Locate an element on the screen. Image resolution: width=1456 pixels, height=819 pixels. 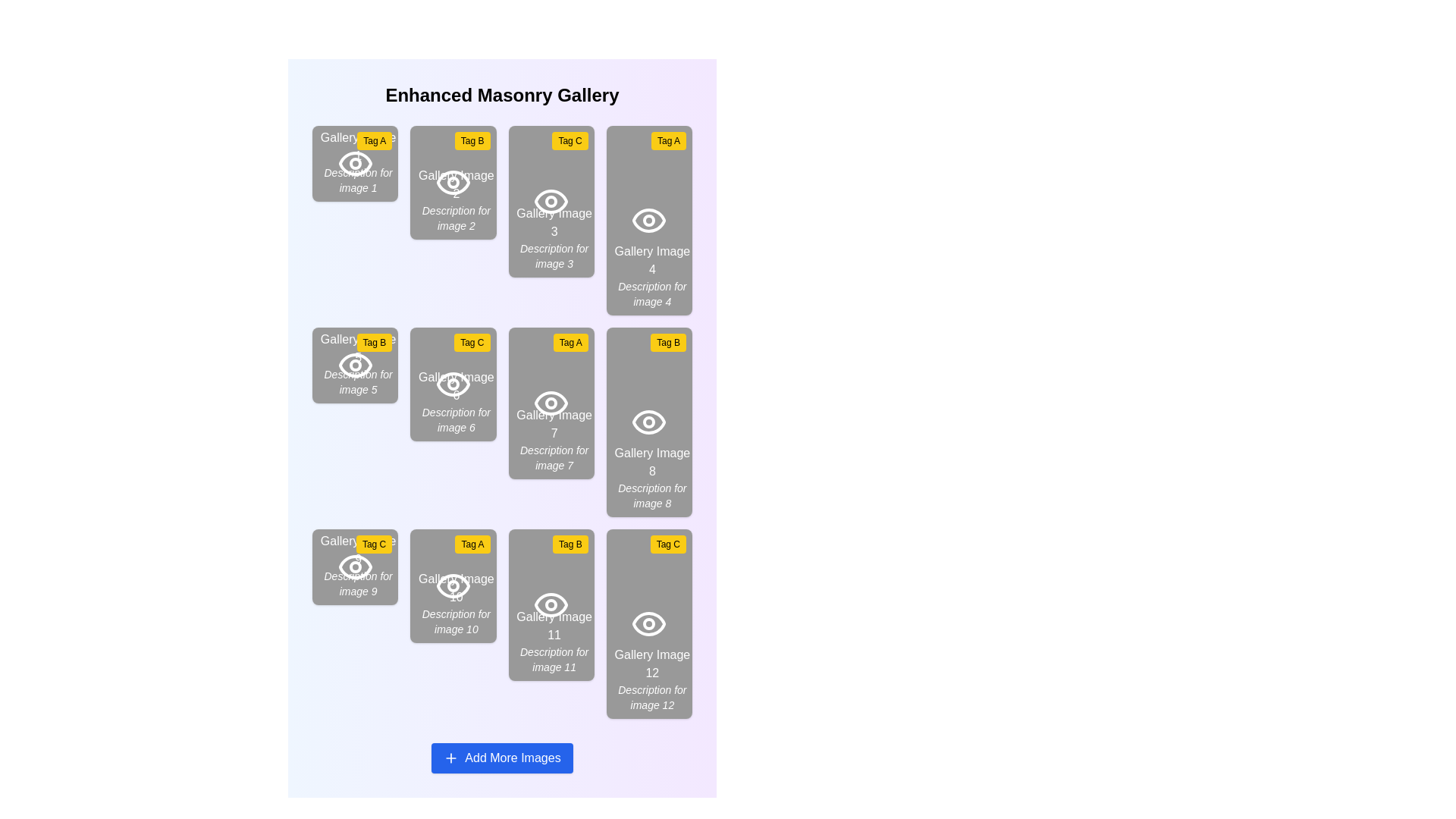
the text label that reads 'Description for image 11', which is displayed in italic font inside a gray box, located directly below the text 'Gallery Image 11' is located at coordinates (554, 659).